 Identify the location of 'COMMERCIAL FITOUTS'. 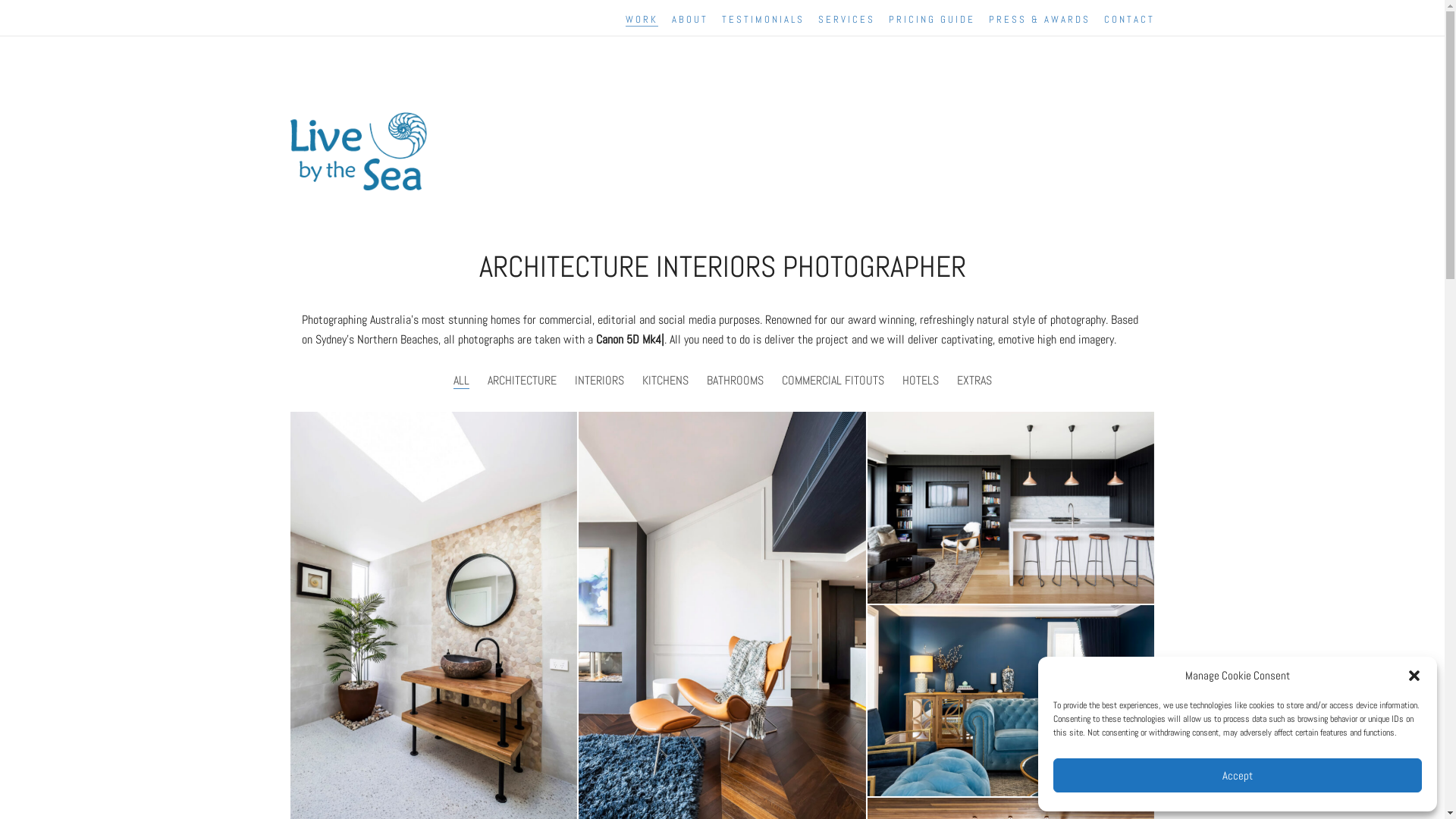
(831, 379).